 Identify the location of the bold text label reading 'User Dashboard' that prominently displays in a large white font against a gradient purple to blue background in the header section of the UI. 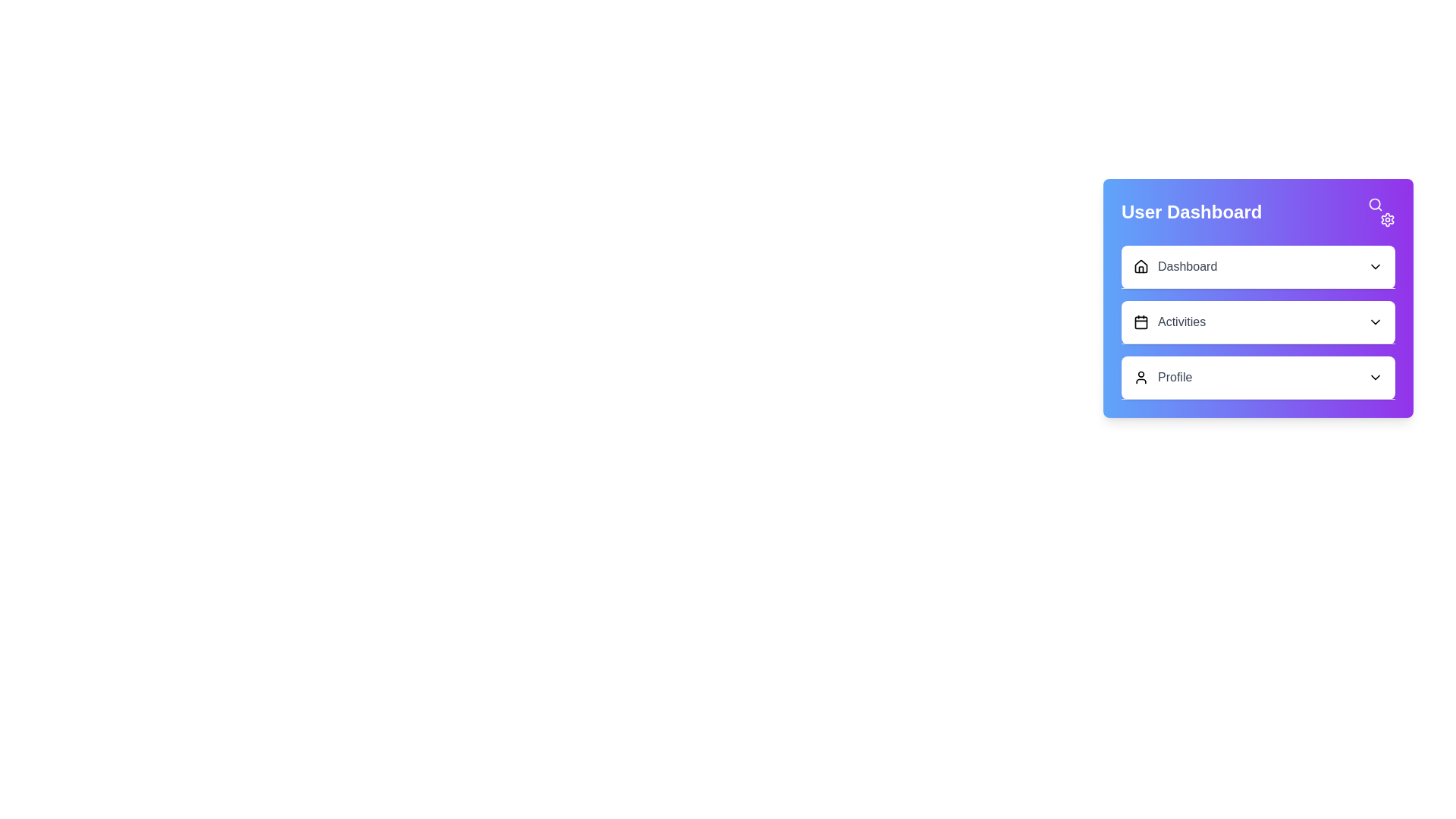
(1191, 212).